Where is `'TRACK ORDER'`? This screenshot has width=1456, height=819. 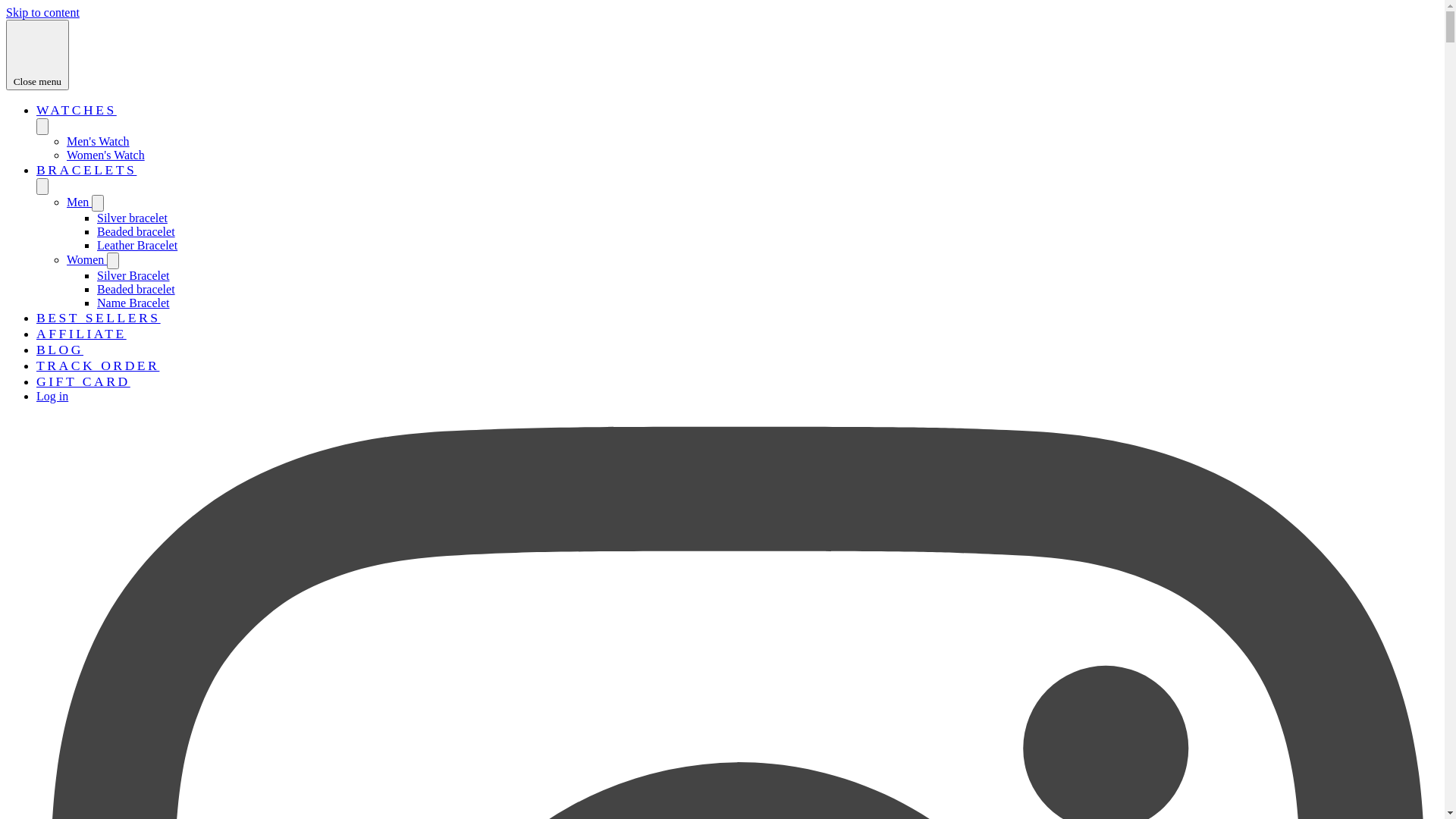
'TRACK ORDER' is located at coordinates (97, 366).